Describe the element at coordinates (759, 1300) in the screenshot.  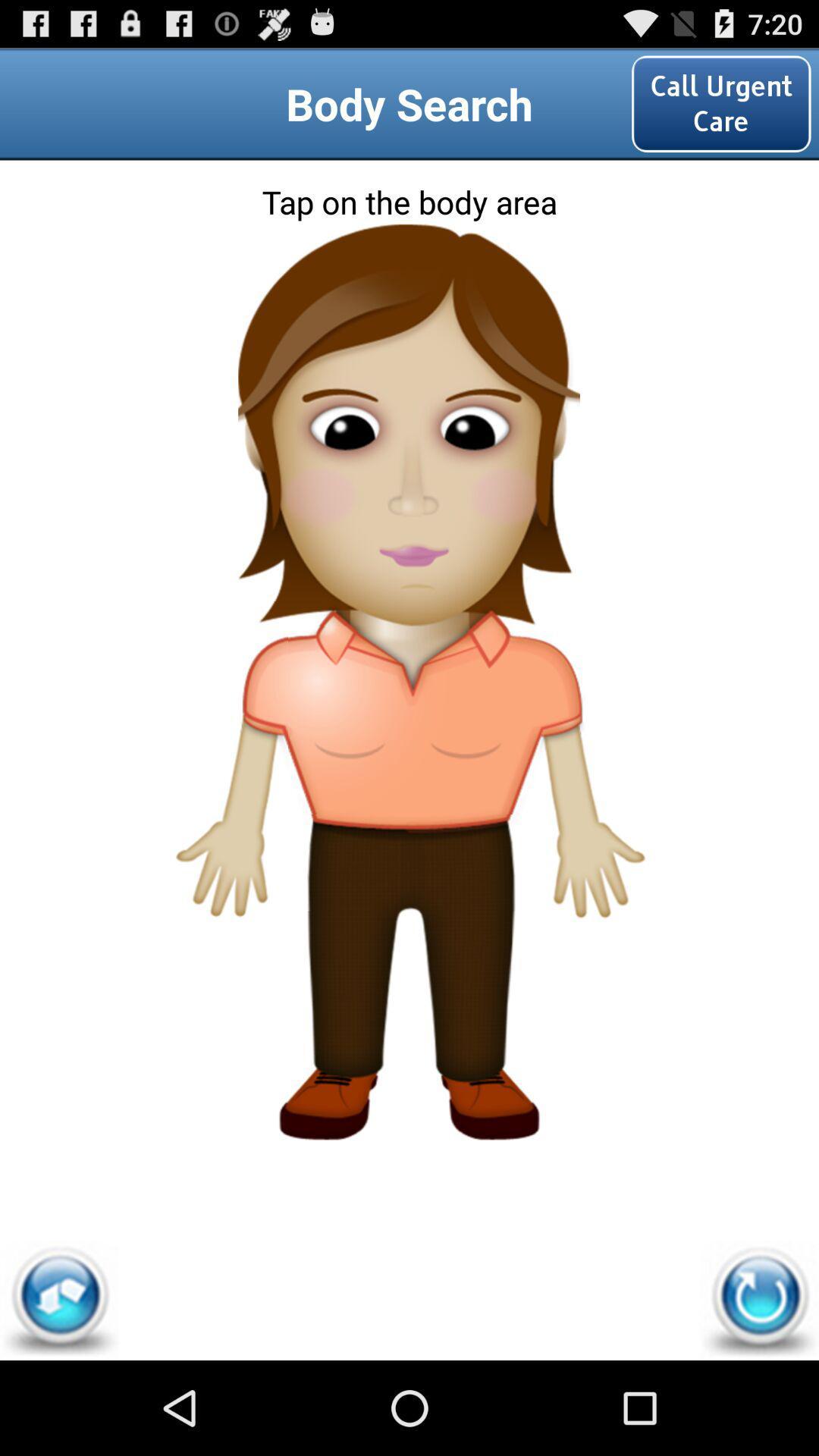
I see `app below tap on the icon` at that location.